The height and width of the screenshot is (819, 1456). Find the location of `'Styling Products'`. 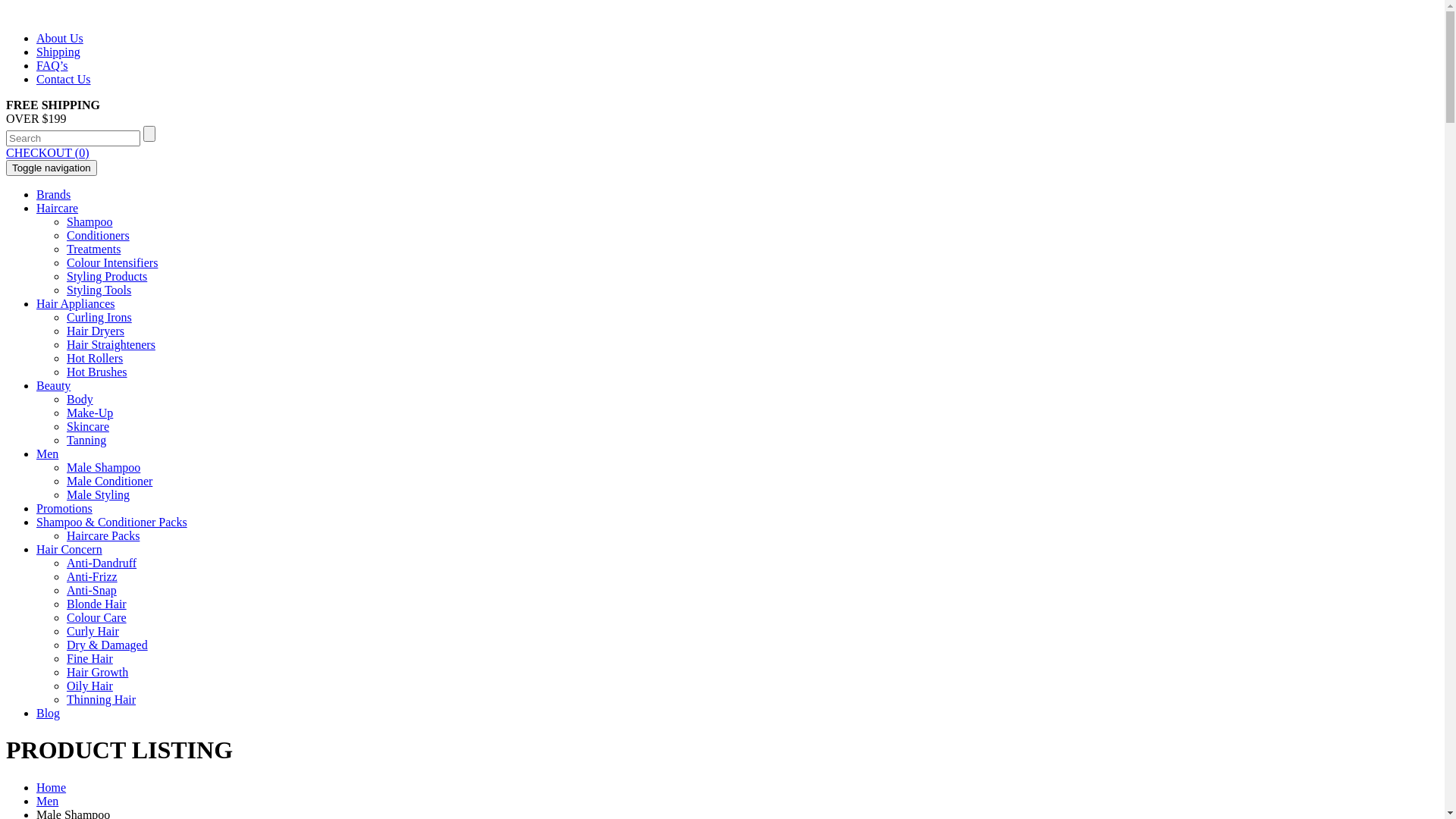

'Styling Products' is located at coordinates (65, 276).